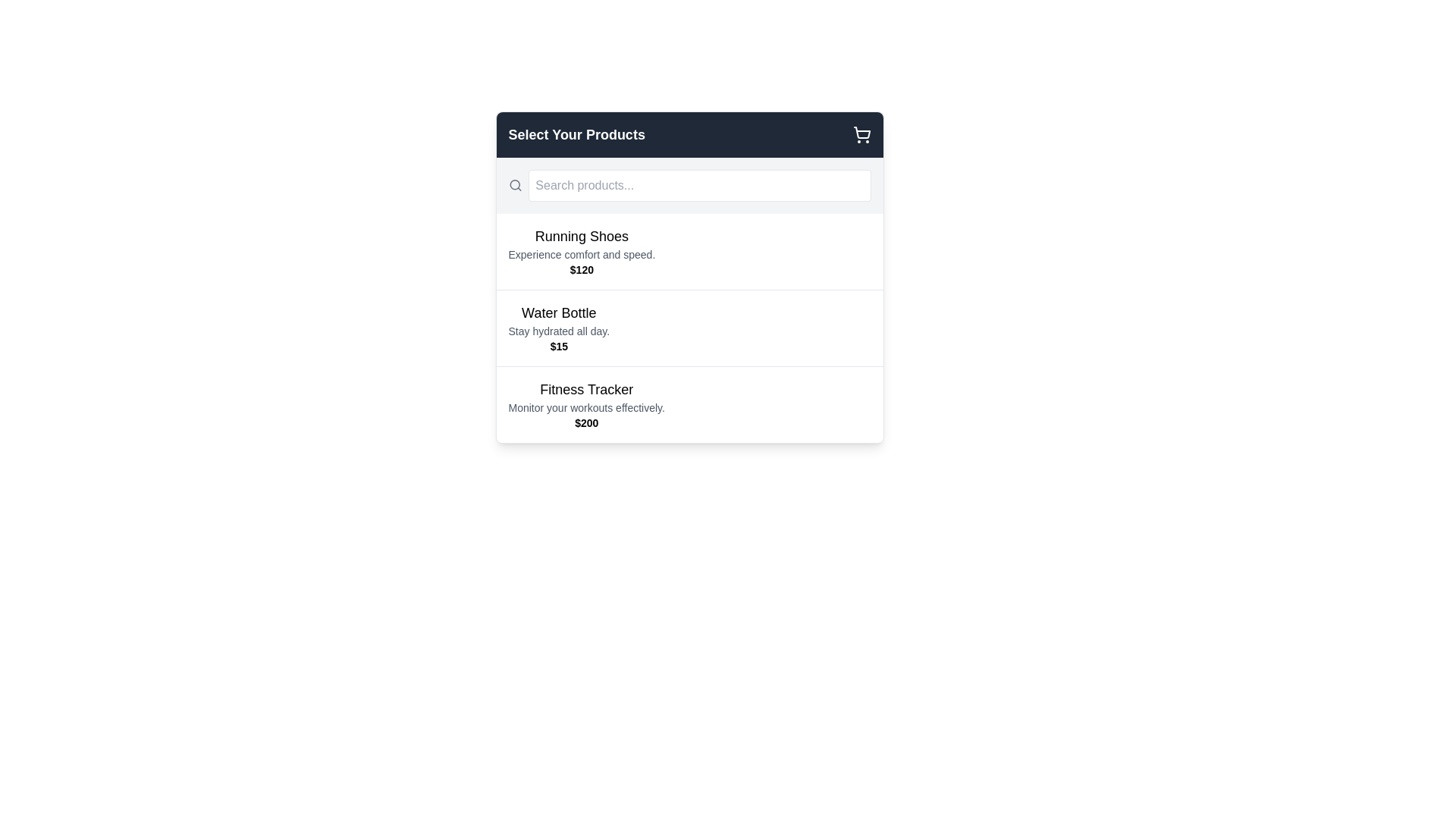  Describe the element at coordinates (689, 327) in the screenshot. I see `the second Card listing element in the product list` at that location.